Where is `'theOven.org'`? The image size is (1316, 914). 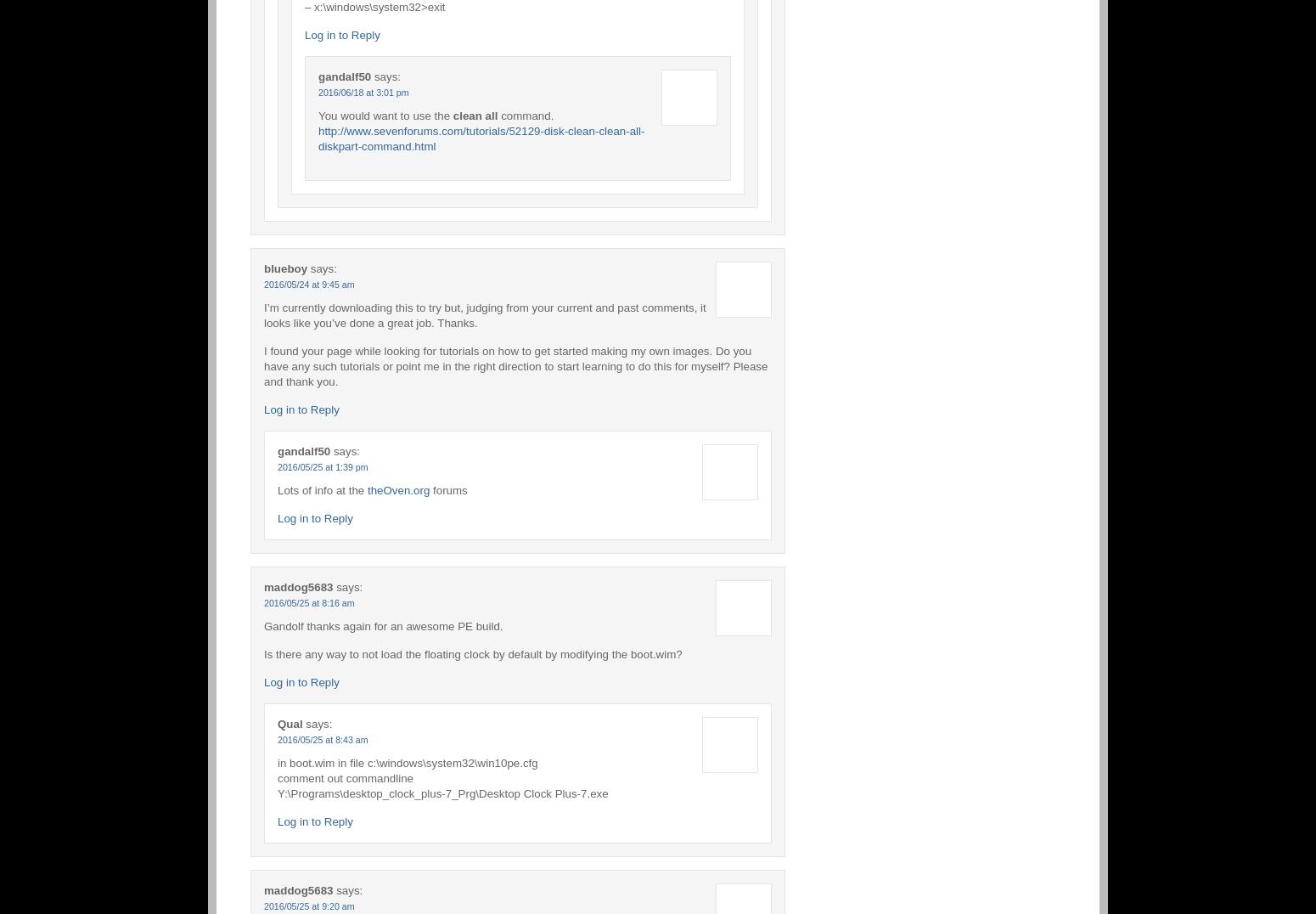 'theOven.org' is located at coordinates (399, 488).